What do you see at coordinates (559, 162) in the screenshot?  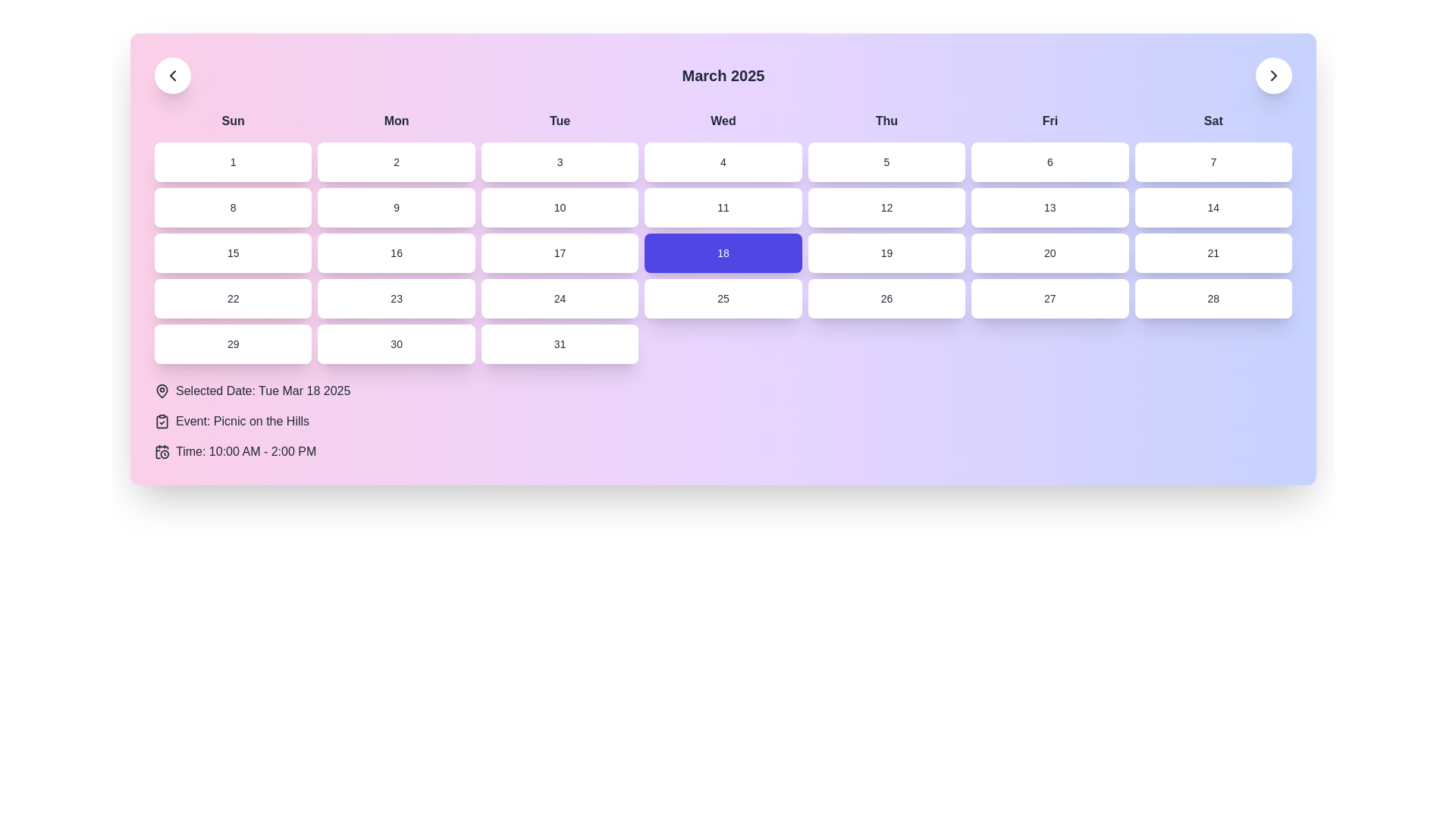 I see `the clickable button displaying the number '3' located in the calendar grid under the header 'Tue'` at bounding box center [559, 162].